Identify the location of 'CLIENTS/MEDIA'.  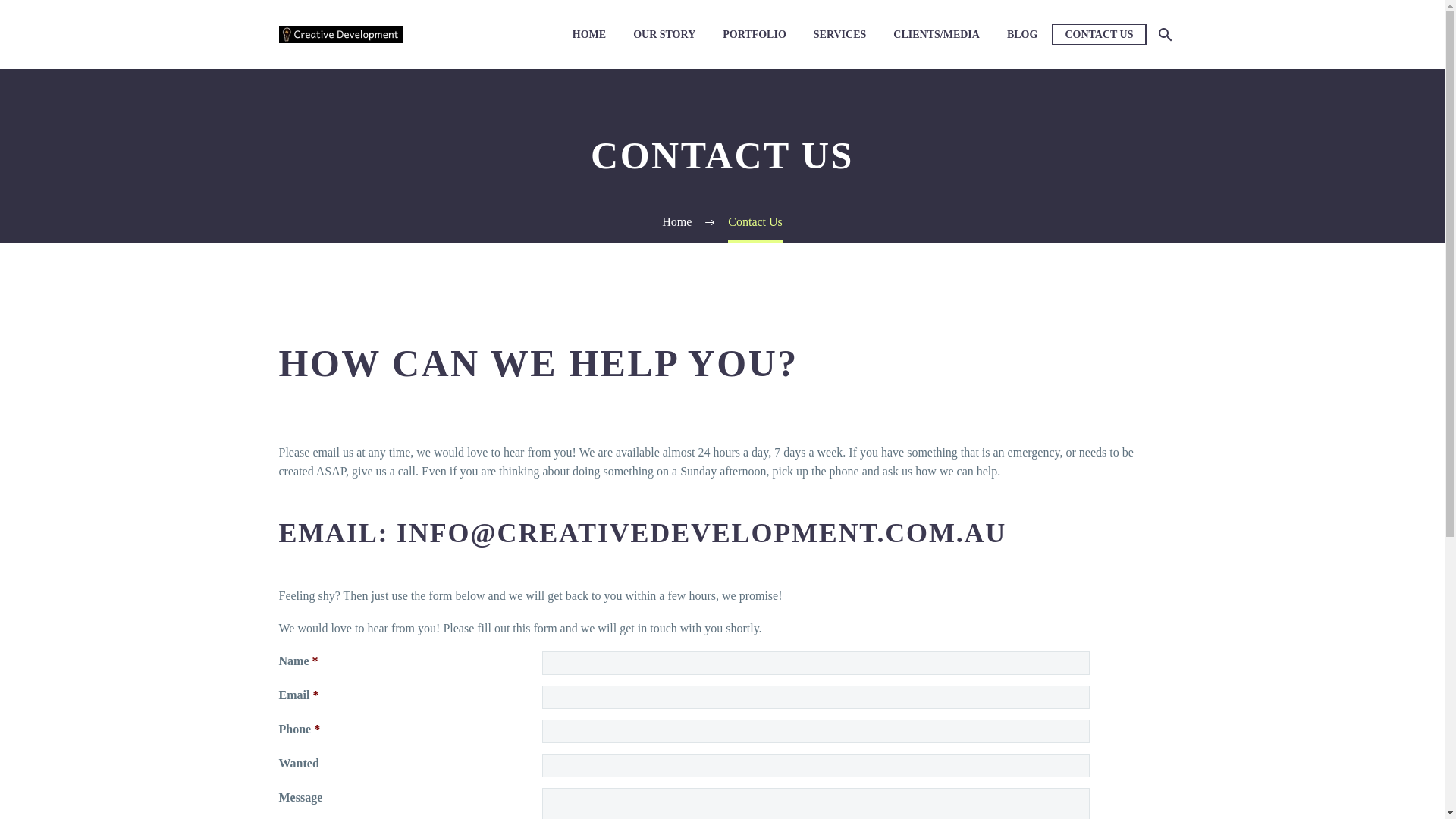
(935, 34).